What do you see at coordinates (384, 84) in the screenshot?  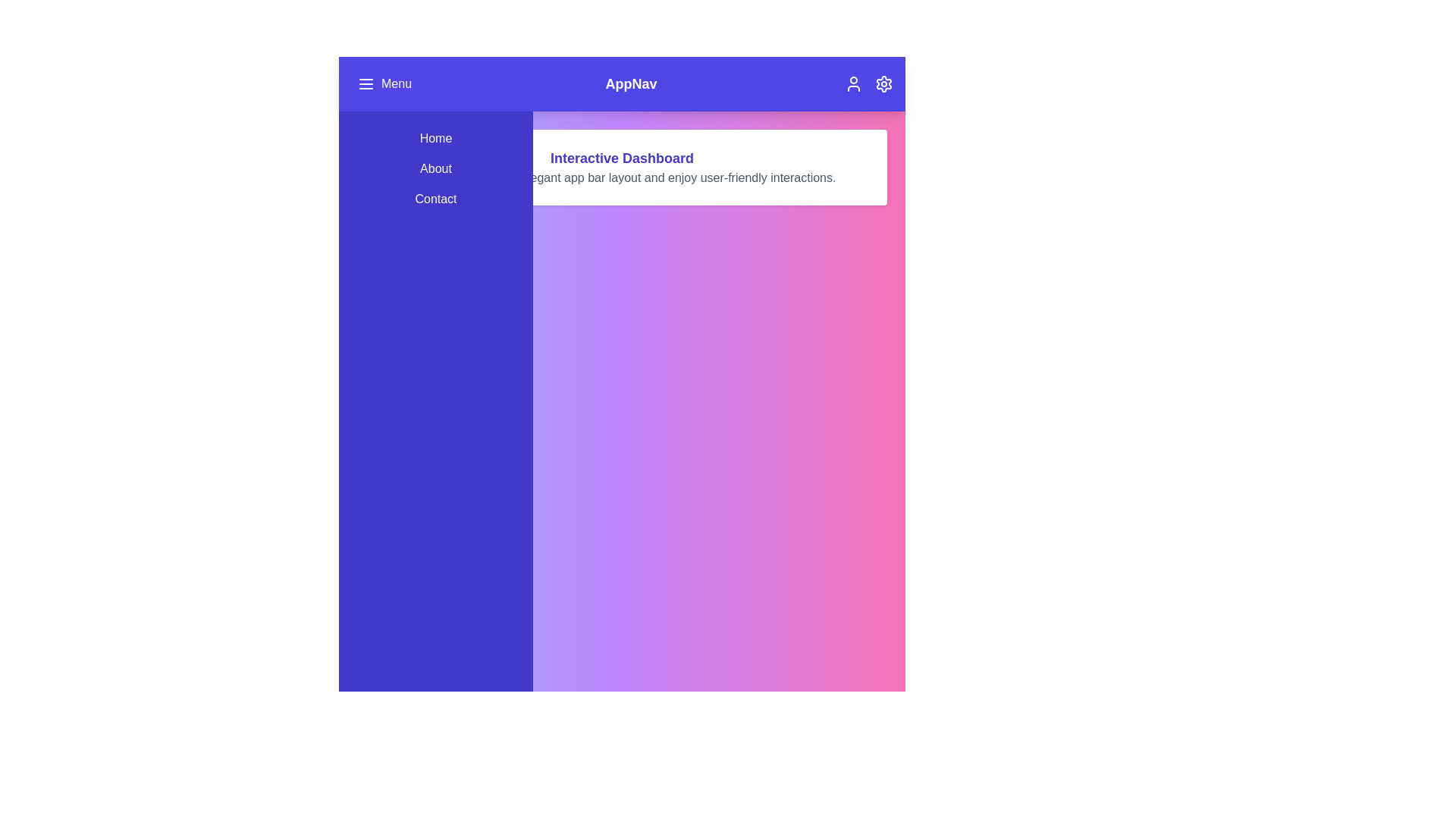 I see `'Menu' button to toggle the navigation menu visibility` at bounding box center [384, 84].